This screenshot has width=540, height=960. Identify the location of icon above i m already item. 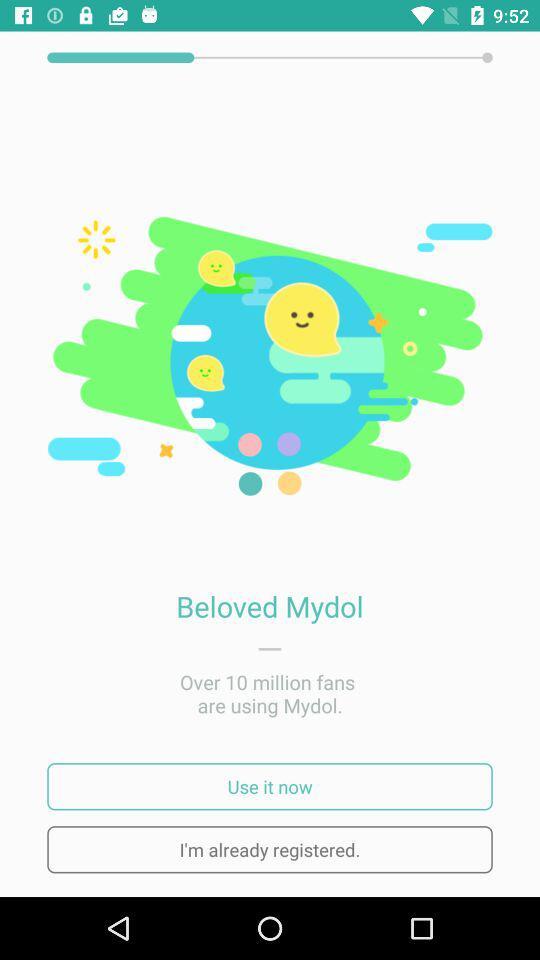
(270, 786).